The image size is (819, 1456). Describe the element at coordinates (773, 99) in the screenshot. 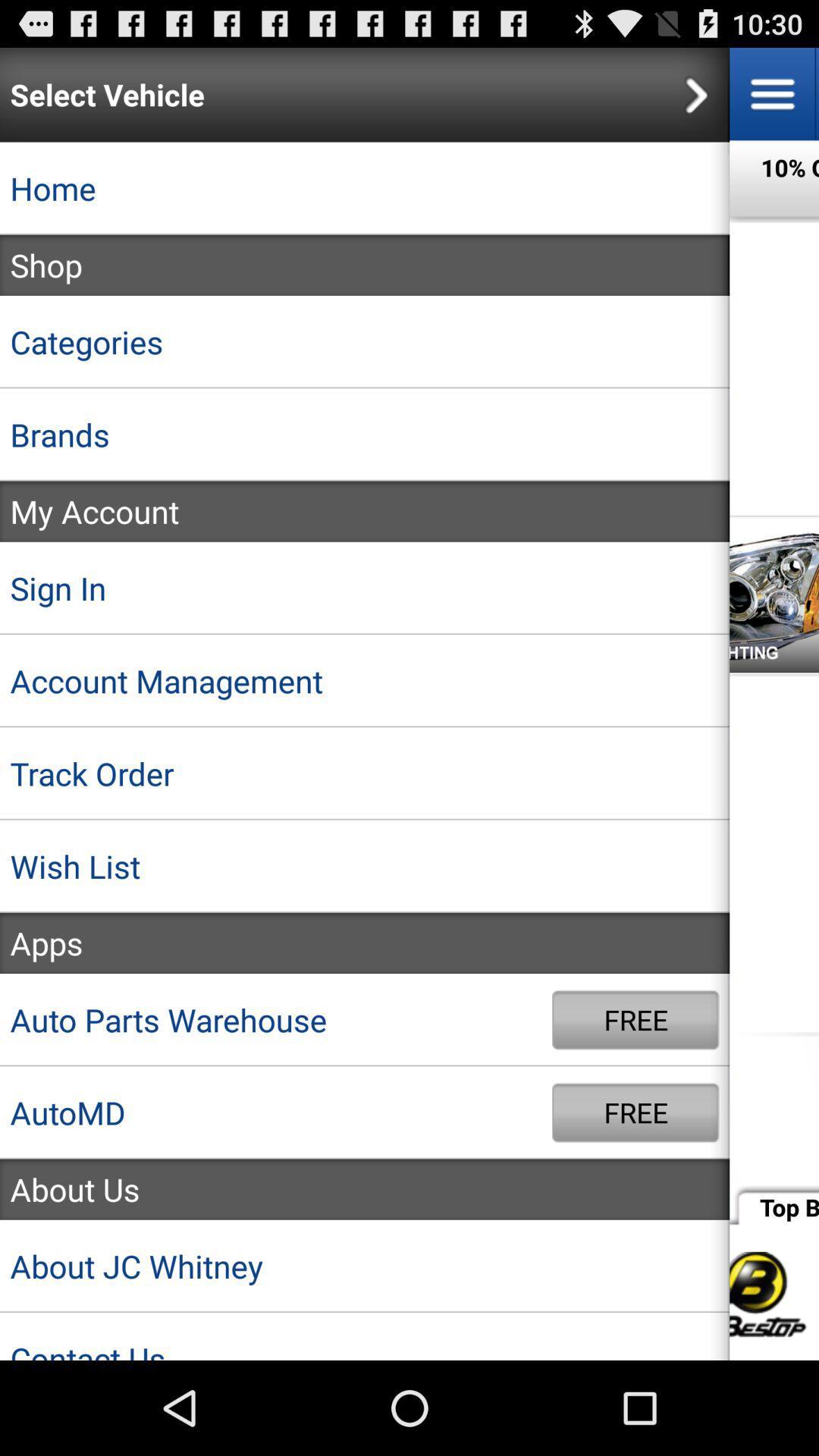

I see `the menu icon` at that location.